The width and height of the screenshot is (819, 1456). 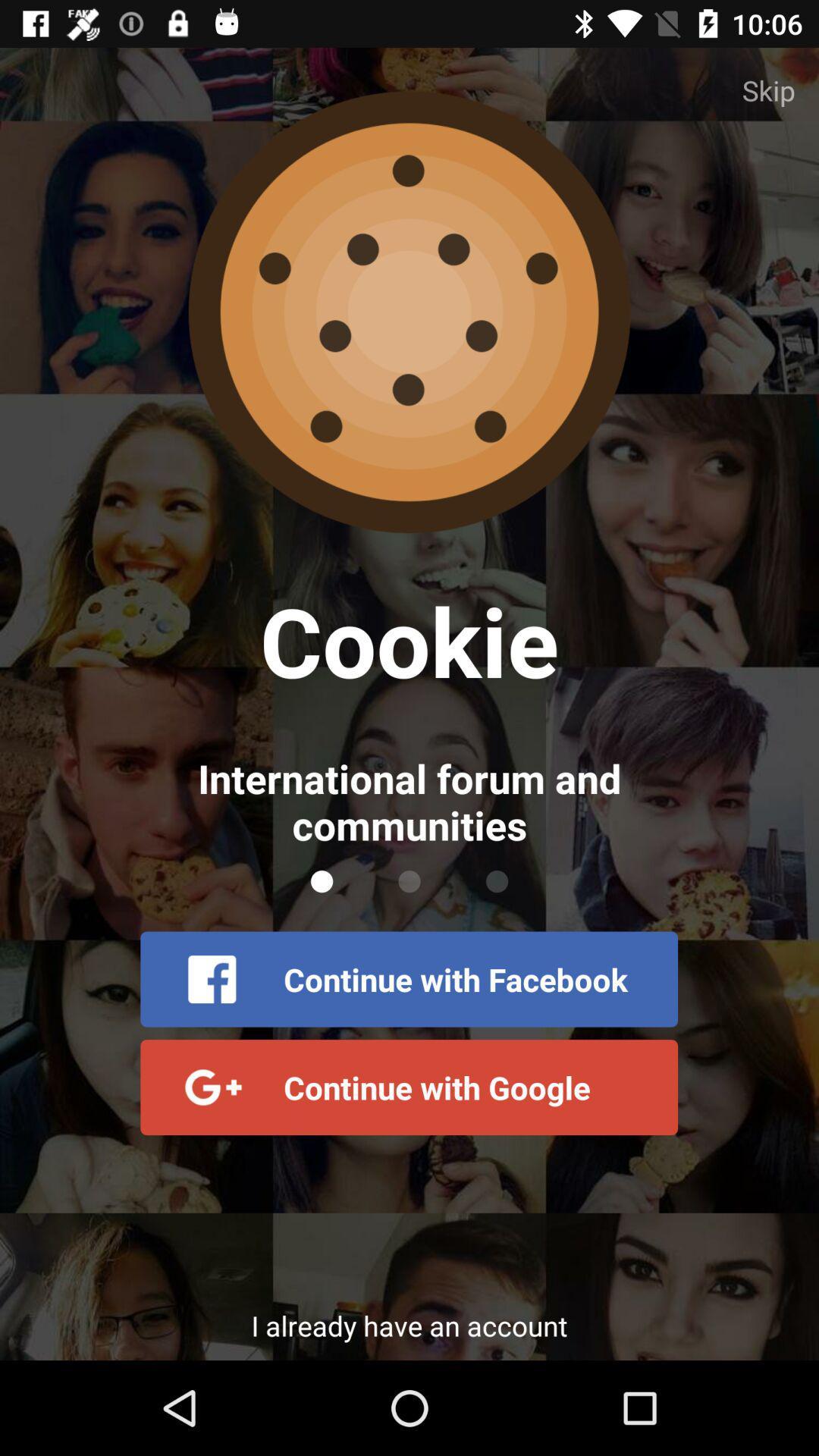 What do you see at coordinates (408, 1087) in the screenshot?
I see `to continue with google` at bounding box center [408, 1087].